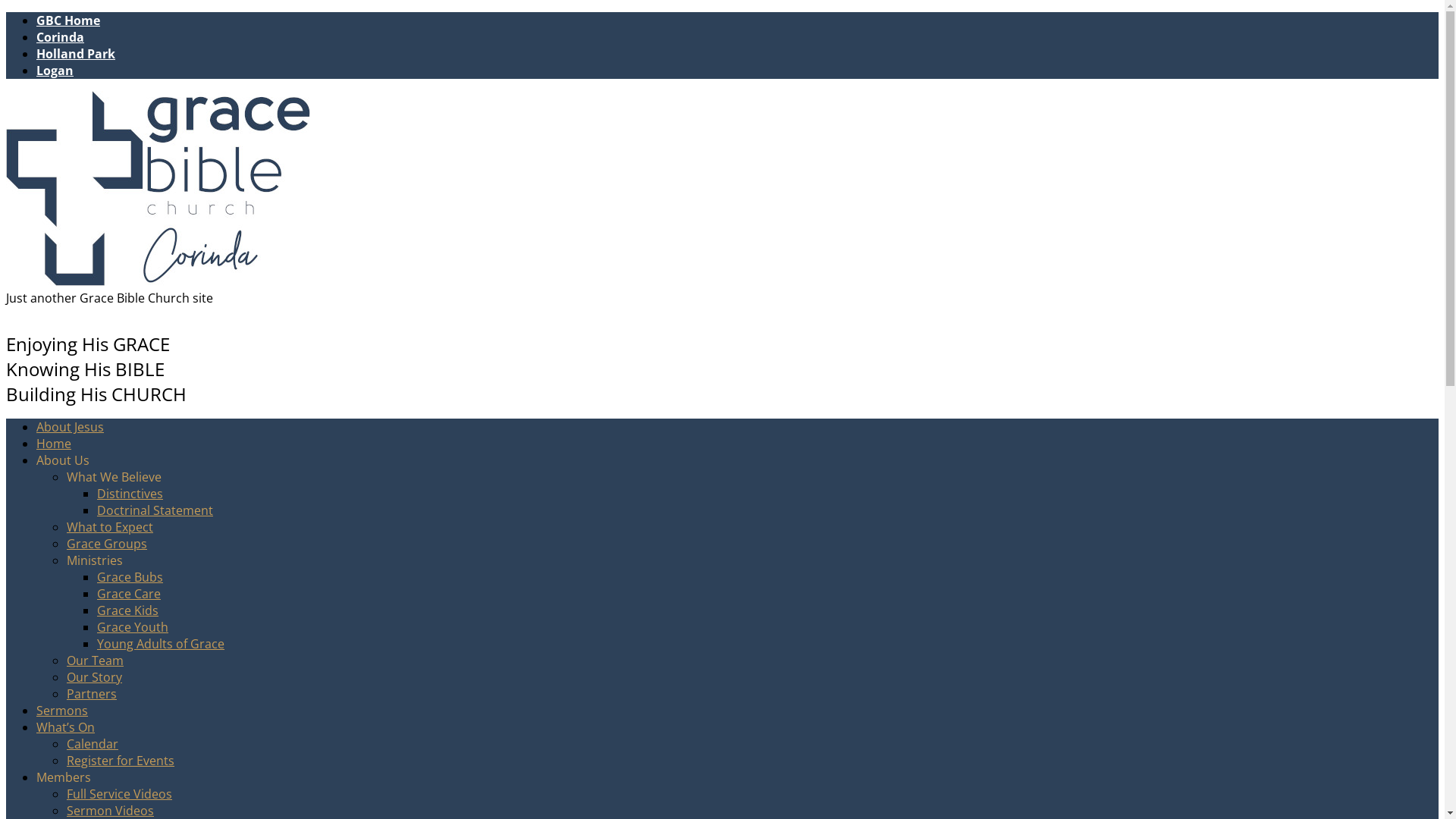 The image size is (1456, 819). I want to click on 'Grace Care', so click(96, 593).